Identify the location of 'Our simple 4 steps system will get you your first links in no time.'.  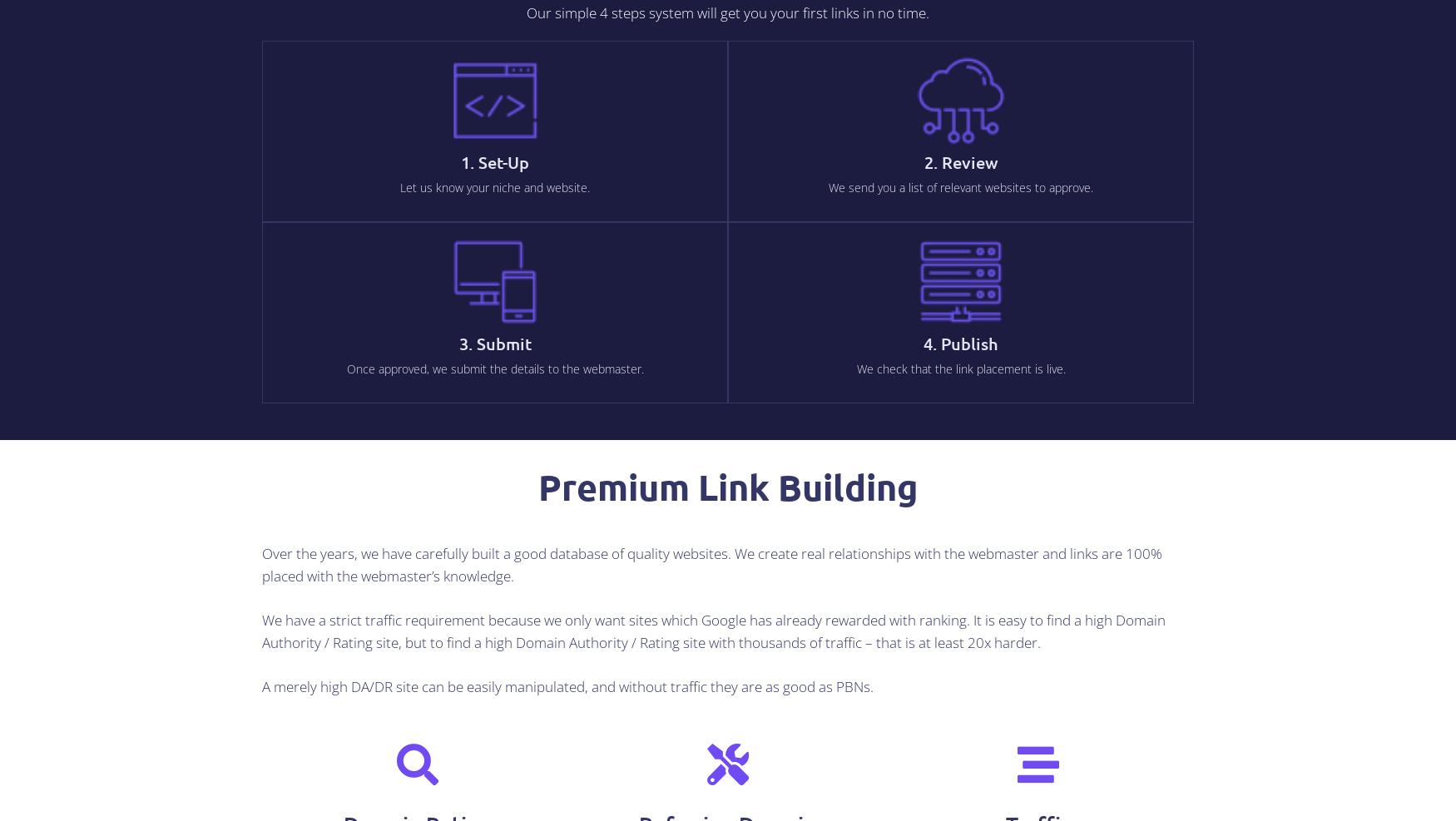
(525, 11).